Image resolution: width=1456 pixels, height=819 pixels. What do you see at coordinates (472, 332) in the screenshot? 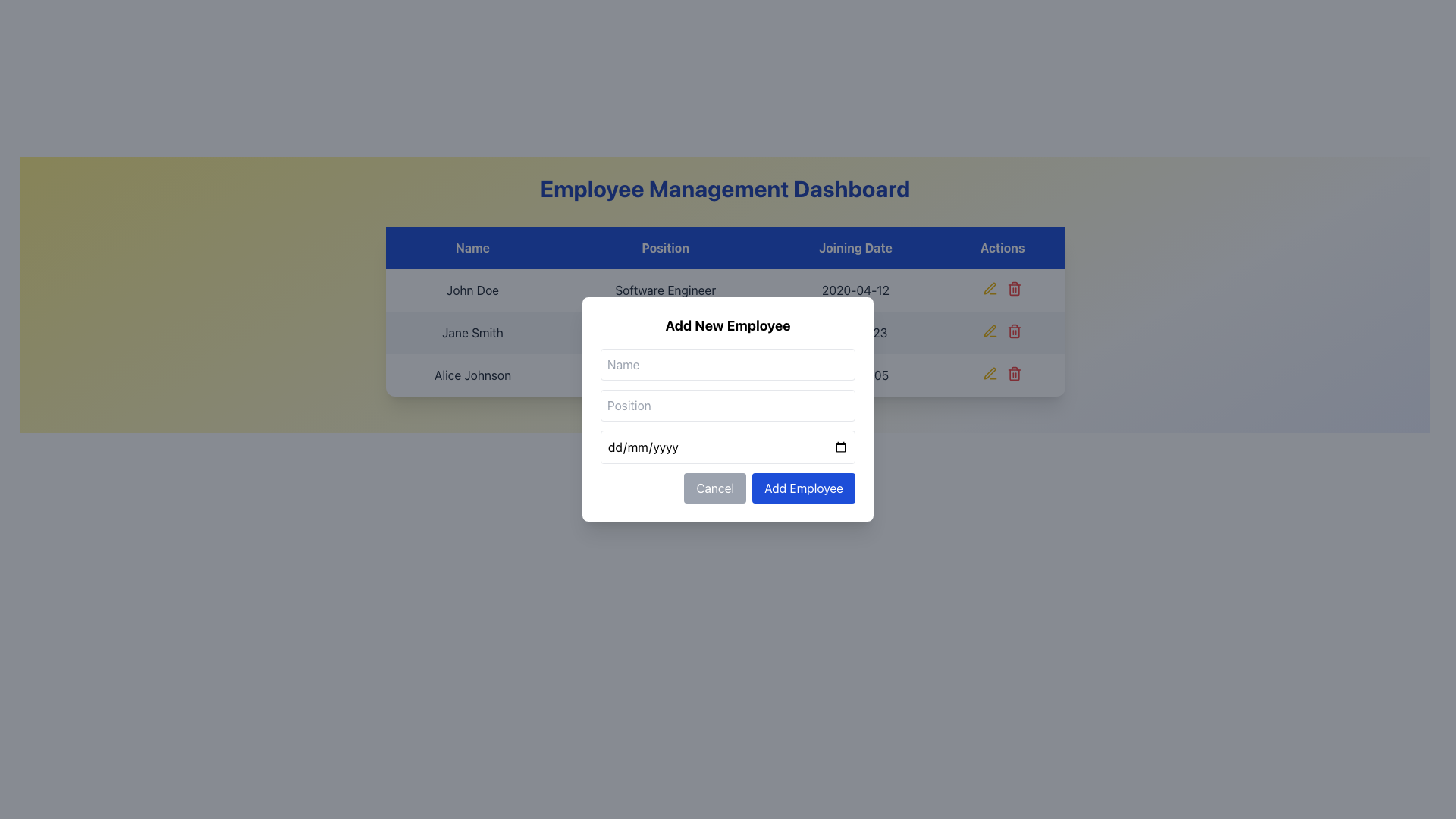
I see `the text label displaying 'Jane Smith' in the second row of the Employee Management Dashboard table` at bounding box center [472, 332].